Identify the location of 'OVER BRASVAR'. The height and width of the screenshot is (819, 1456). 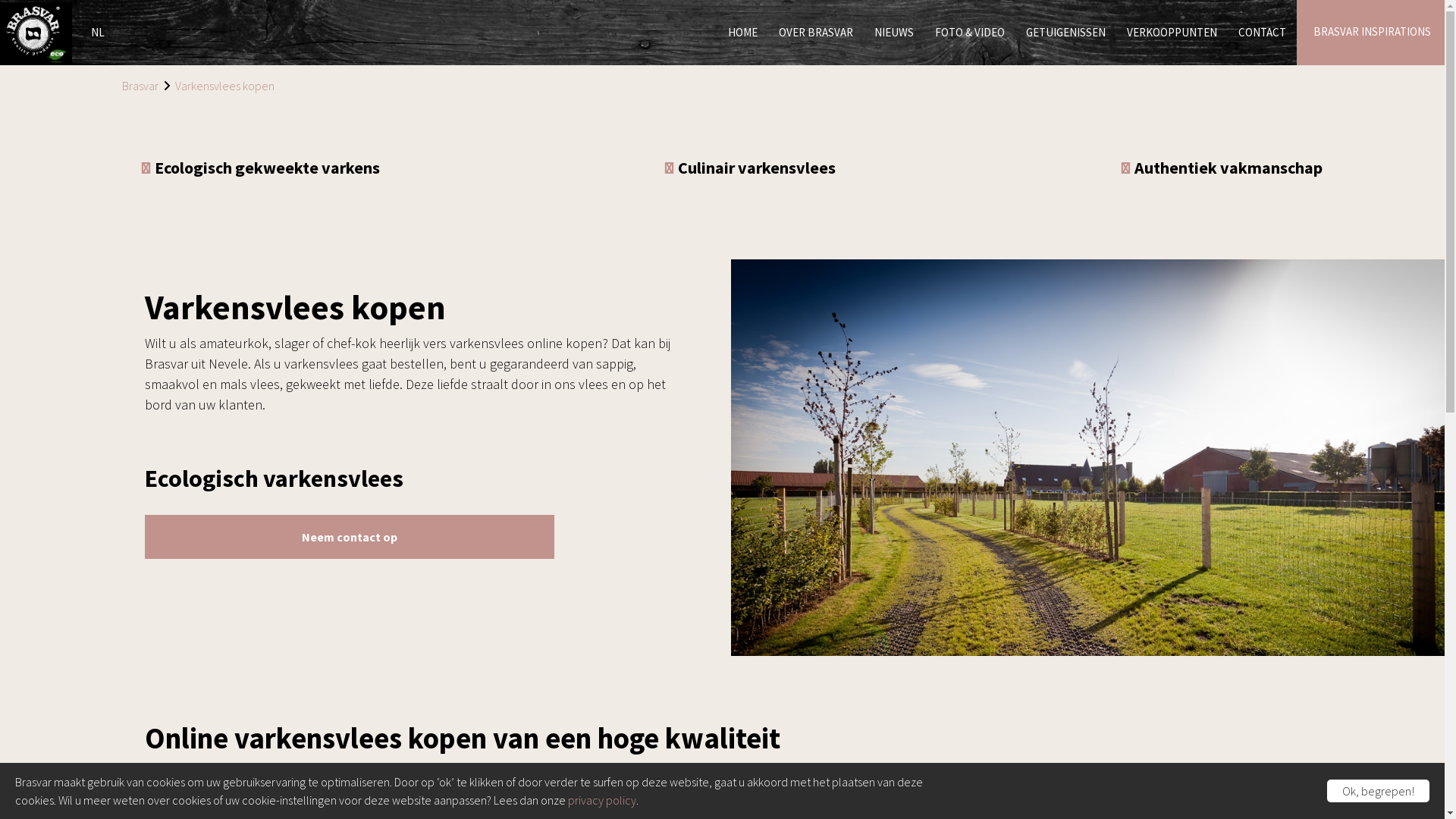
(814, 33).